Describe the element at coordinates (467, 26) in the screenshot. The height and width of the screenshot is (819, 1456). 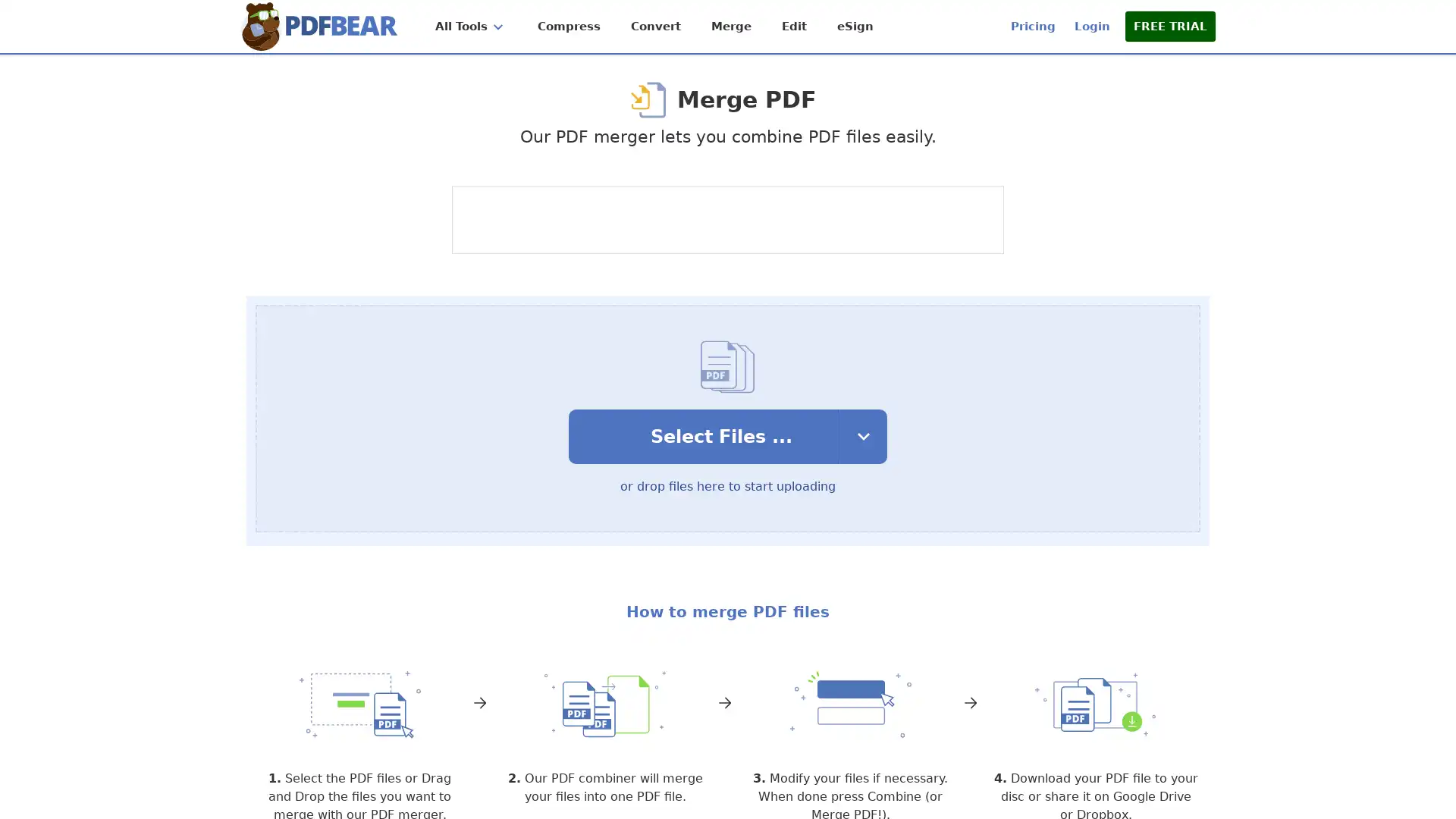
I see `All Tools` at that location.